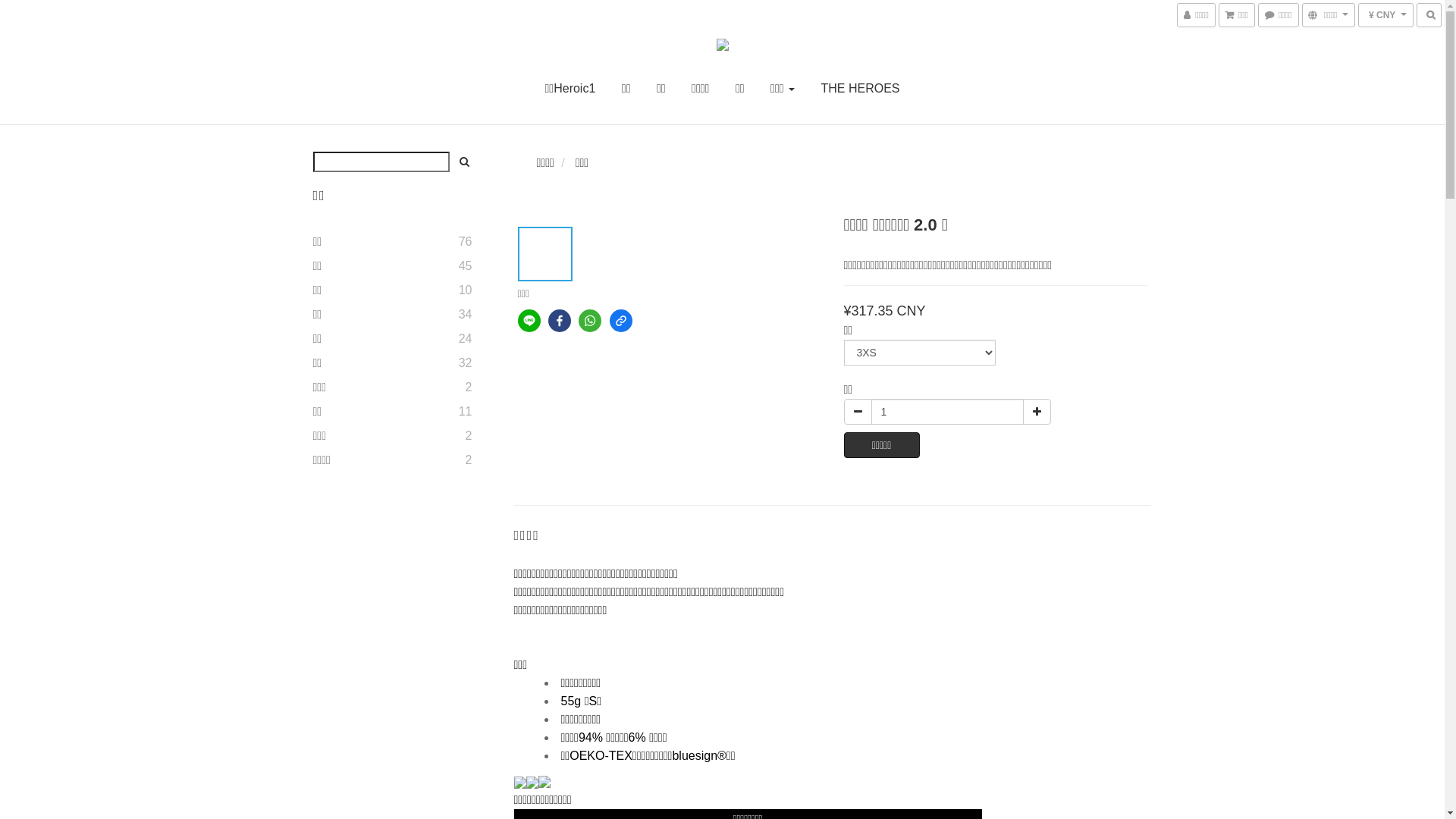  Describe the element at coordinates (819, 88) in the screenshot. I see `'THE HEROES'` at that location.